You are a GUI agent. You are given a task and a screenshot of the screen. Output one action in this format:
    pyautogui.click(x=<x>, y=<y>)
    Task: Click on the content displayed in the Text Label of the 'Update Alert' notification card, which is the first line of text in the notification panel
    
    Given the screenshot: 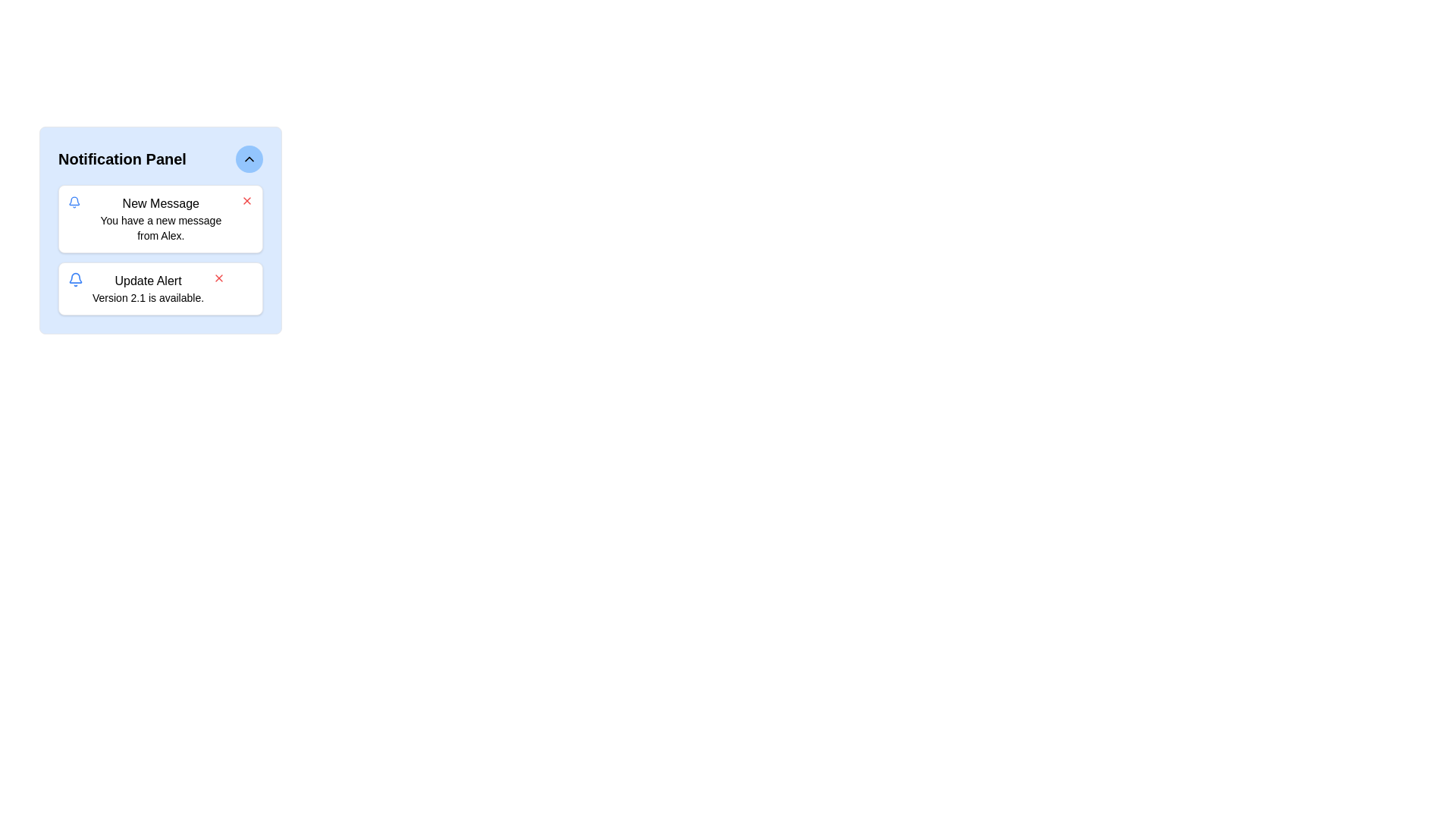 What is the action you would take?
    pyautogui.click(x=148, y=281)
    